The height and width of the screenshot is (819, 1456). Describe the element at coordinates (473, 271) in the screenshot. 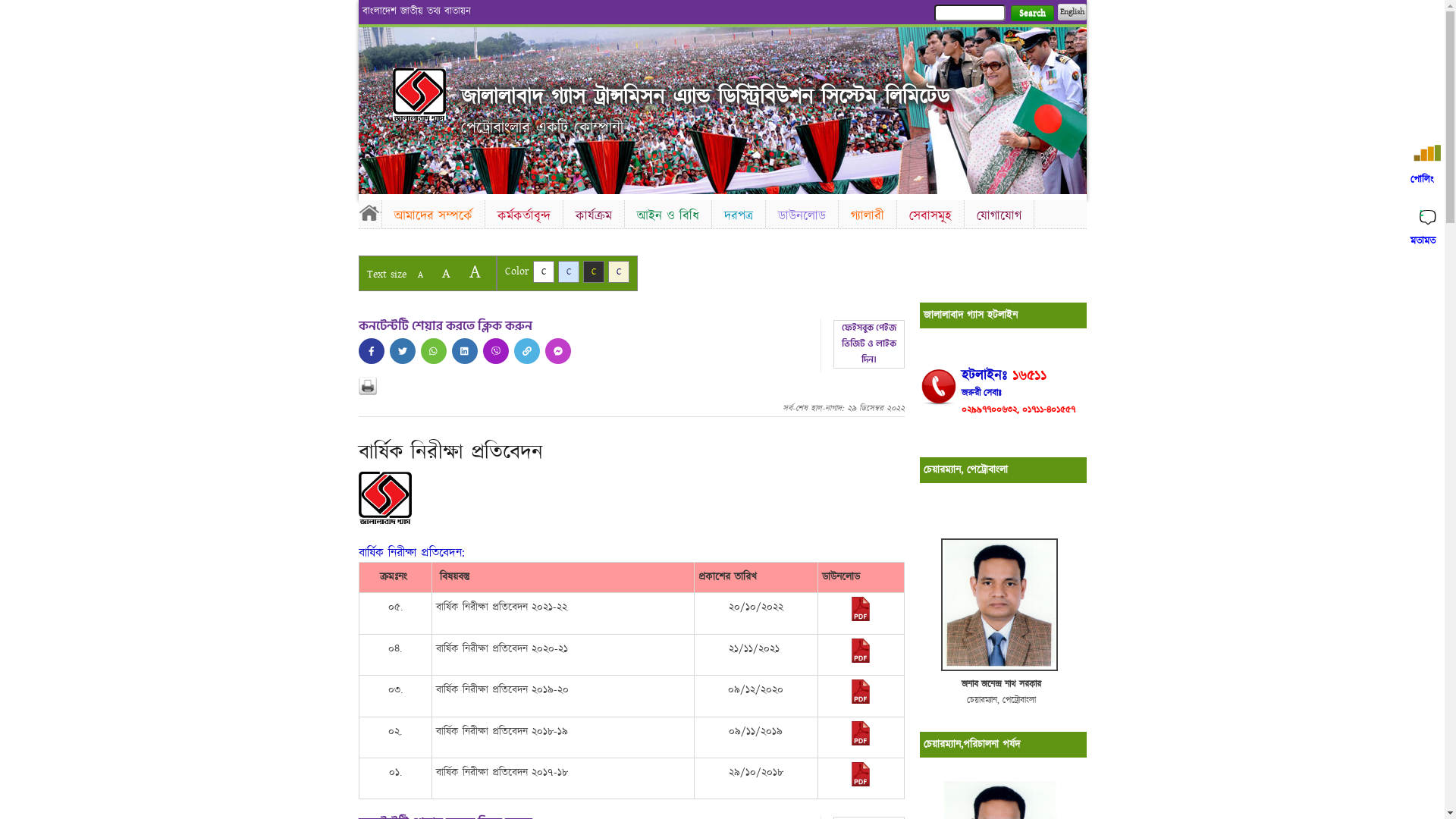

I see `'A'` at that location.